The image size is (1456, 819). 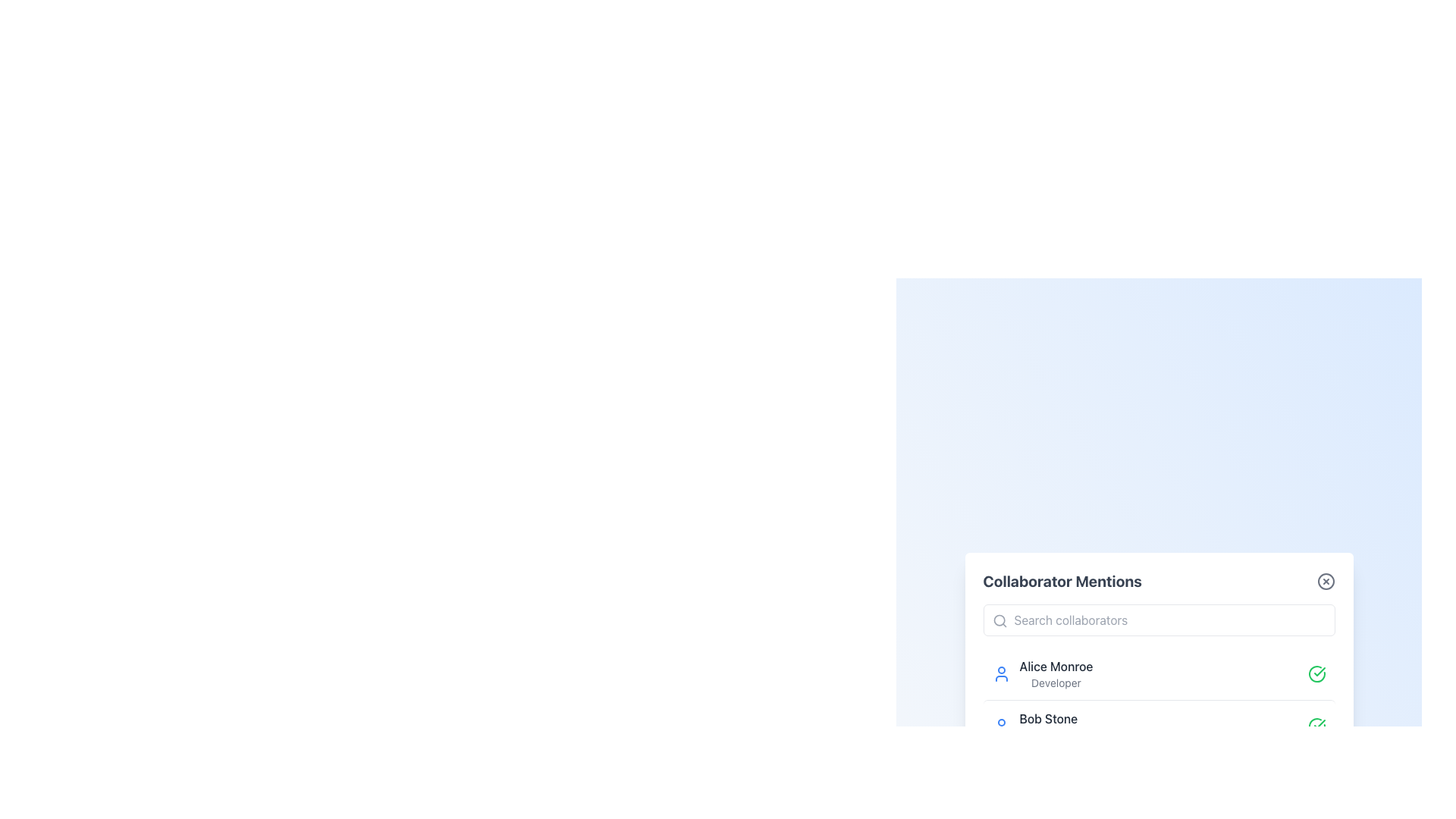 I want to click on the text label displaying 'Bob Stone', which is located in the user list under 'Collaborator Mentions', to interact with associated elements nearby, so click(x=1047, y=718).